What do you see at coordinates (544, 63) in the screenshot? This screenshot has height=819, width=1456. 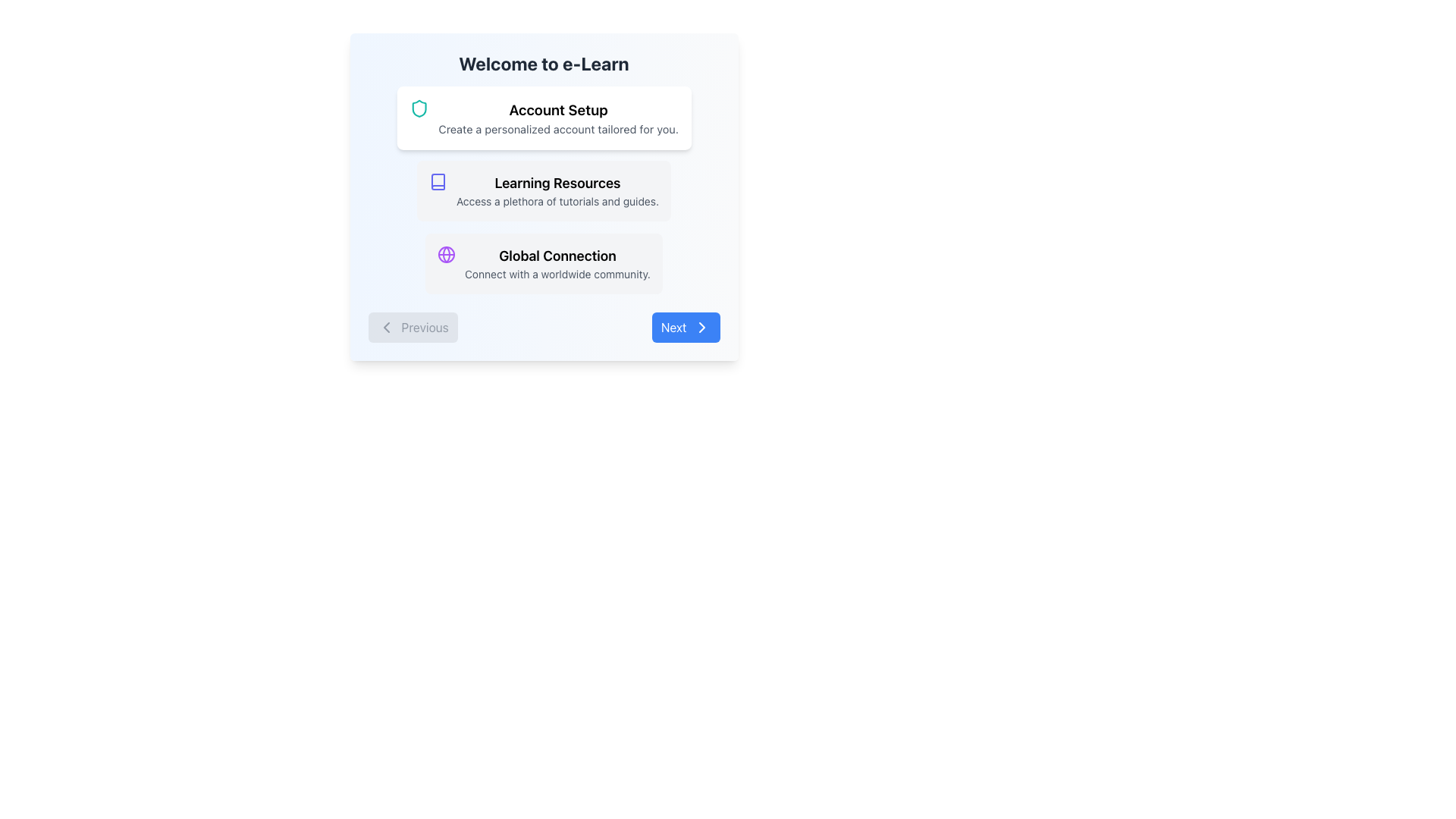 I see `the bold, large-sized text displaying 'Welcome to e-Learn', which is center-aligned and prominently positioned near the top of the interface` at bounding box center [544, 63].